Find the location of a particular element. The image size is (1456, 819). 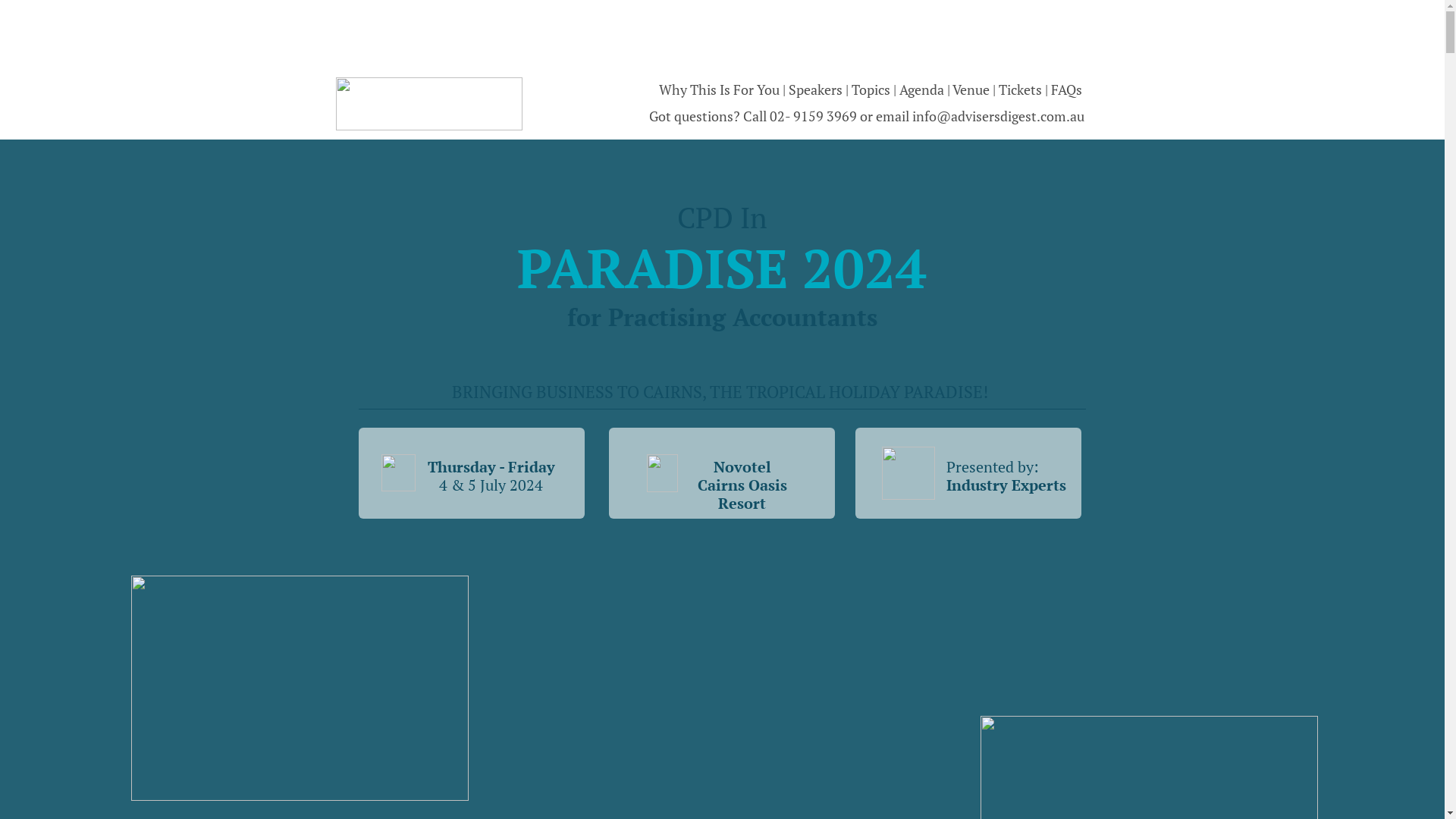

'FAQs' is located at coordinates (1065, 89).